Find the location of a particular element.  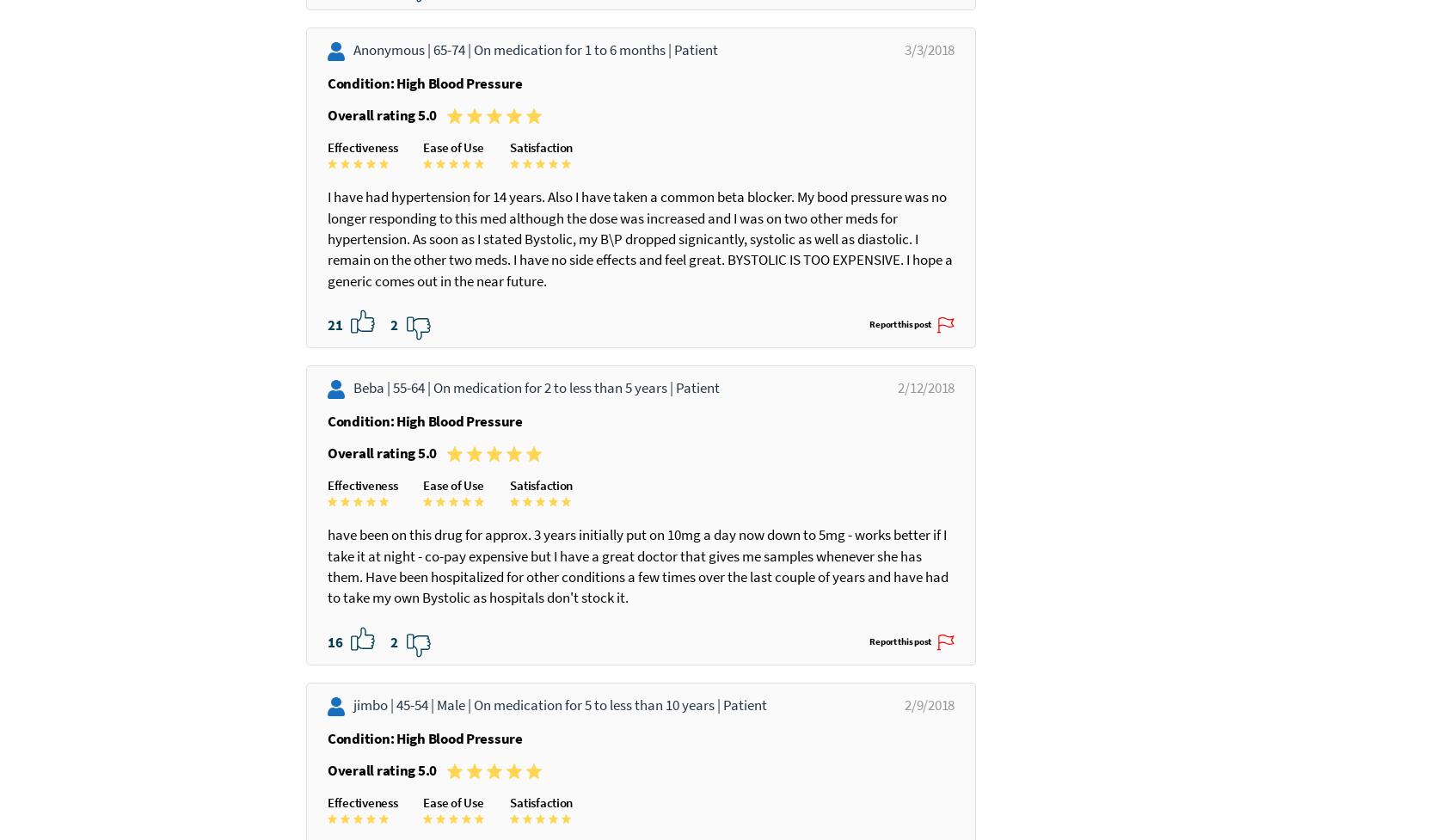

'4' is located at coordinates (394, 132).